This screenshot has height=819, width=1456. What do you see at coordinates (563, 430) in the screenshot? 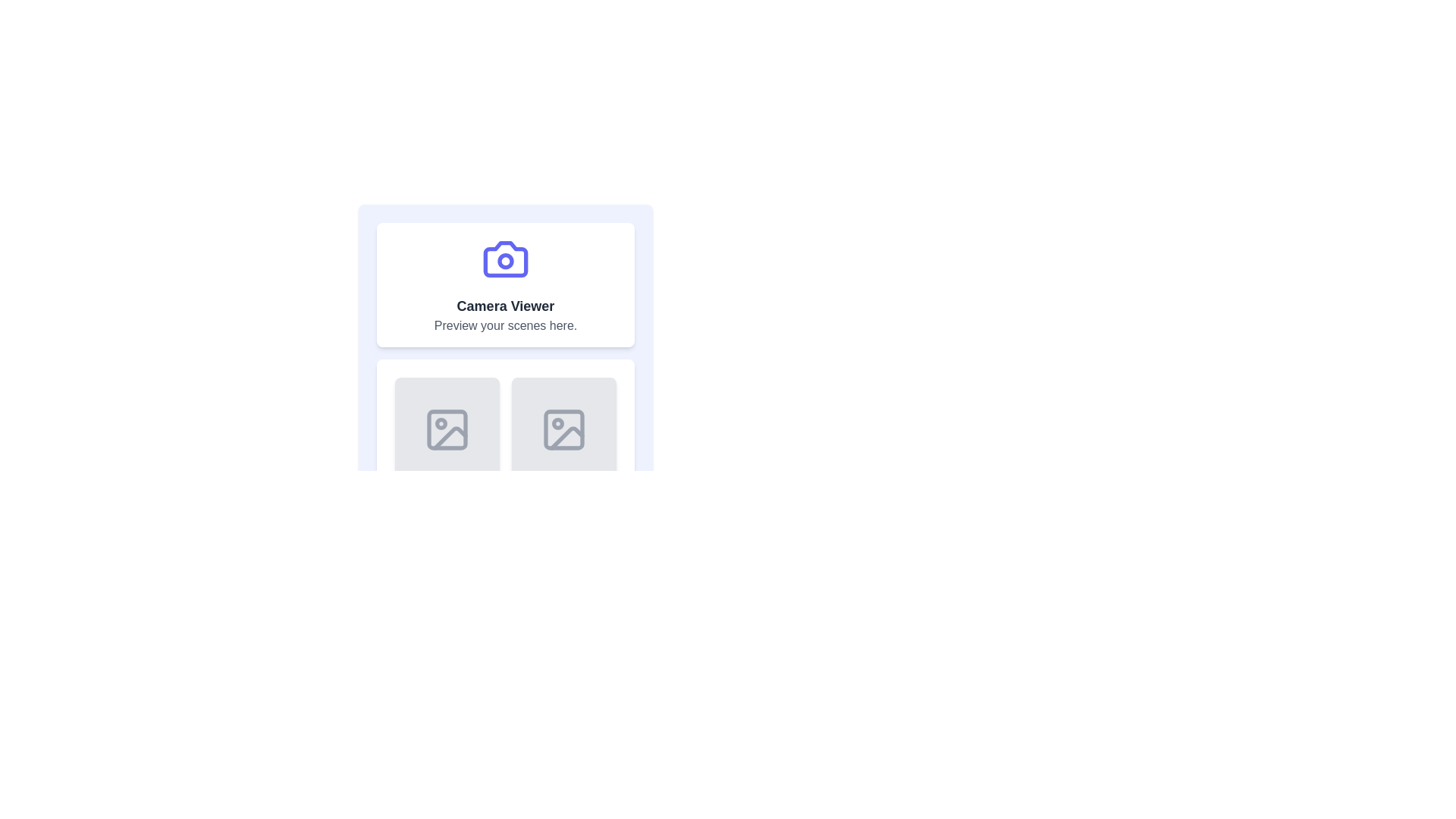
I see `the graphical decoration within the right icon of the bottom grid under the 'Camera Viewer' section` at bounding box center [563, 430].